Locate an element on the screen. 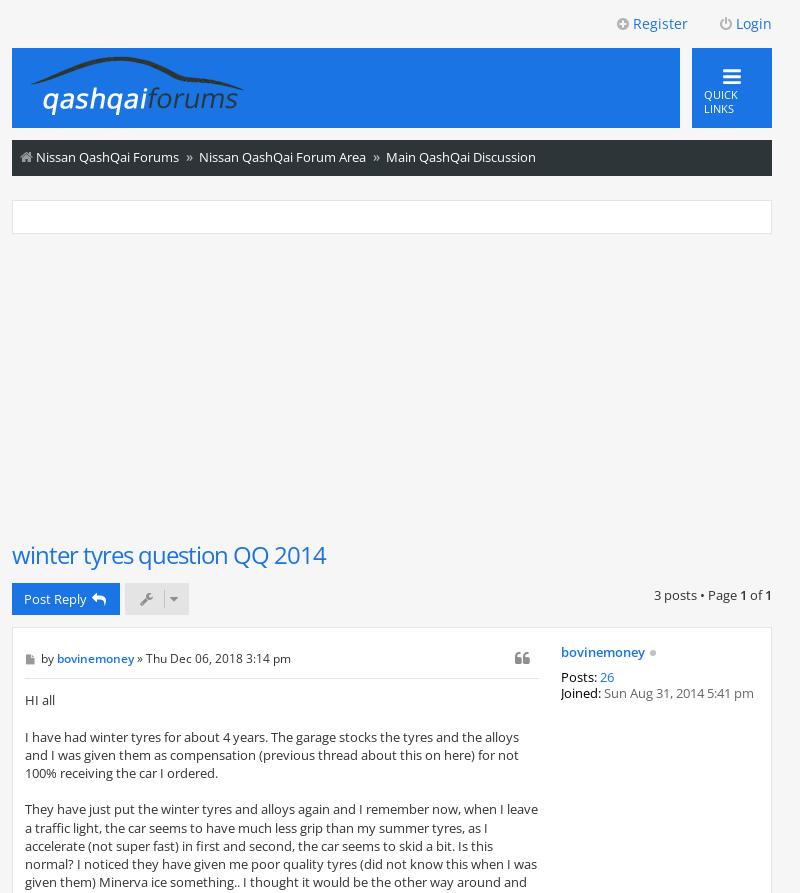 Image resolution: width=800 pixels, height=893 pixels. '26' is located at coordinates (607, 676).